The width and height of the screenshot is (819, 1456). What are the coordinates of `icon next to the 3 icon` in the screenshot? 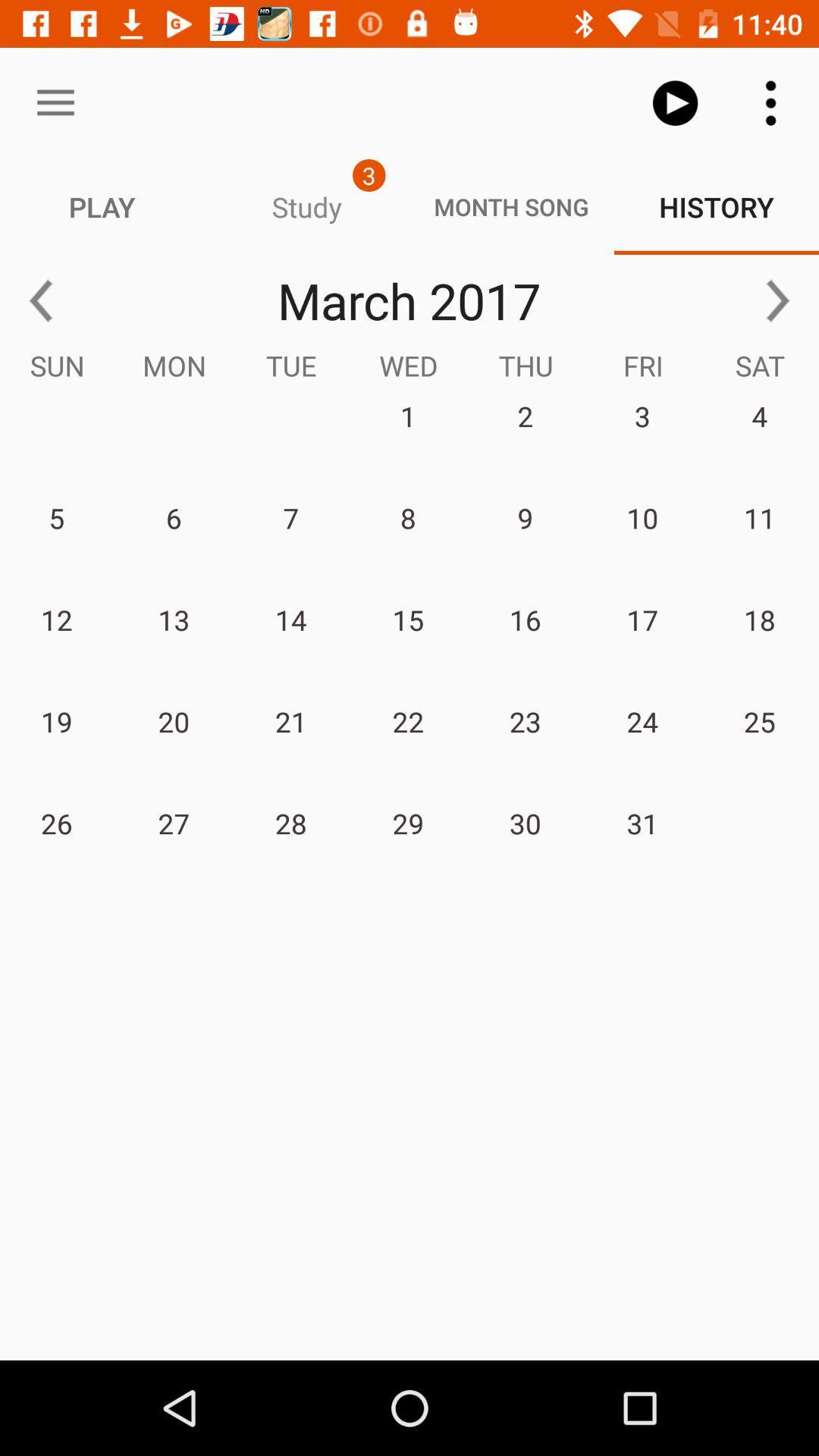 It's located at (55, 102).